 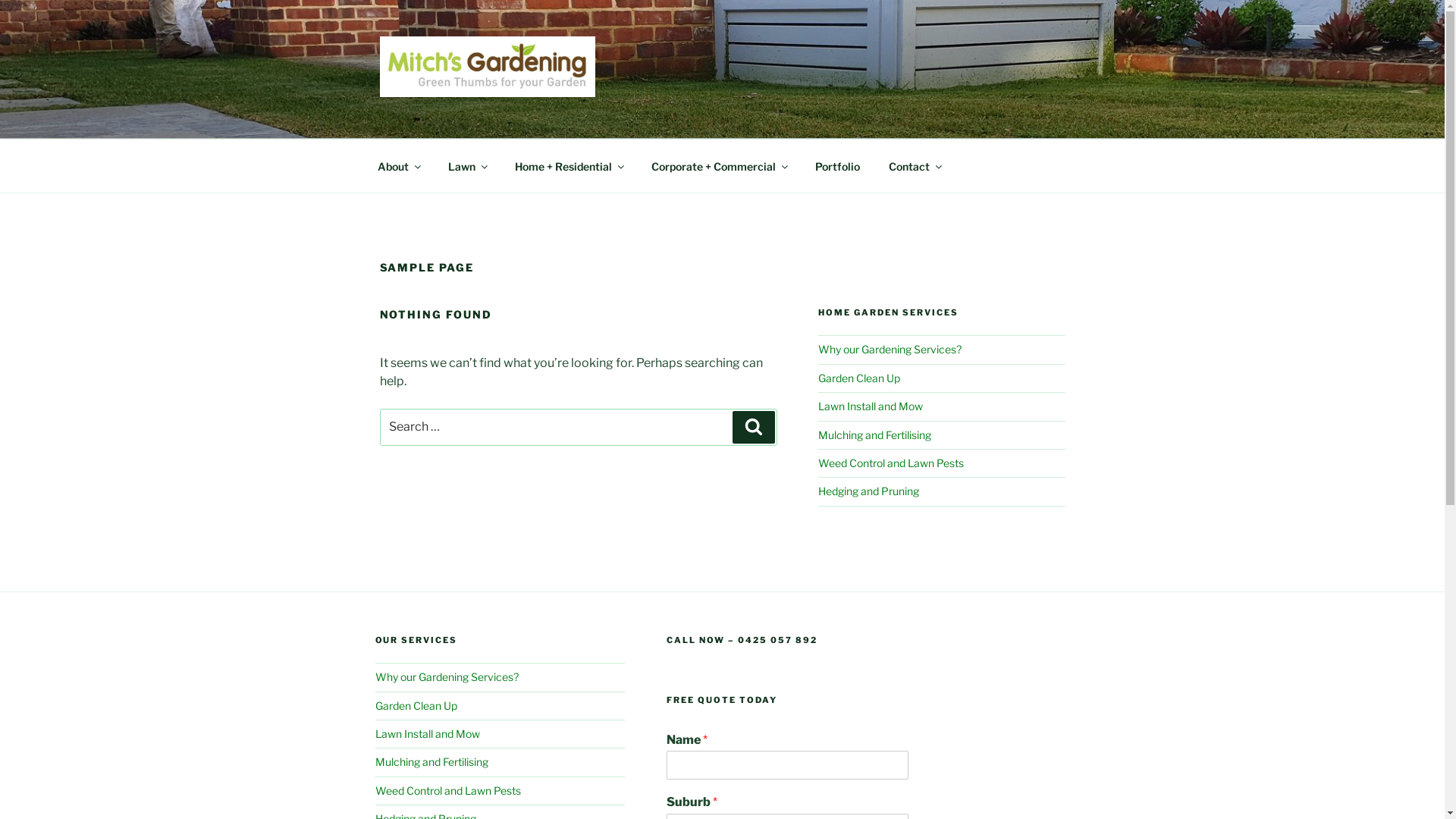 I want to click on 'Weed Control and Lawn Pests', so click(x=375, y=789).